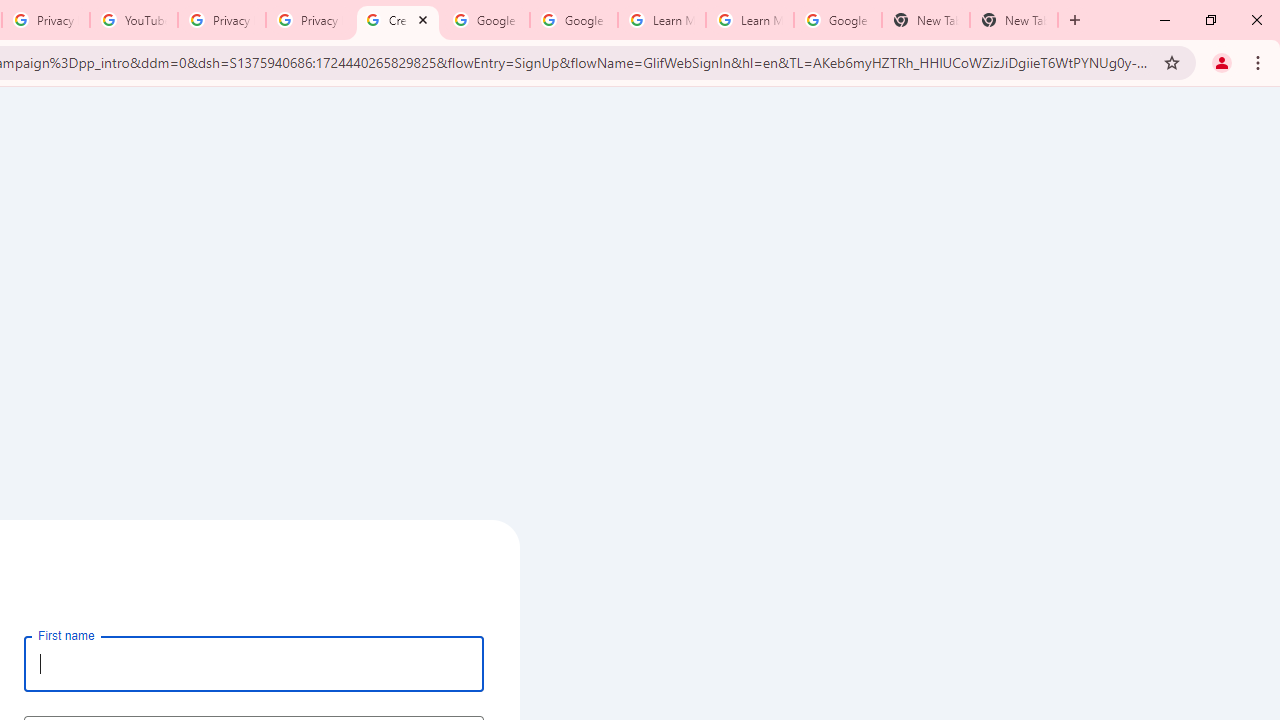 This screenshot has height=720, width=1280. Describe the element at coordinates (132, 20) in the screenshot. I see `'YouTube'` at that location.